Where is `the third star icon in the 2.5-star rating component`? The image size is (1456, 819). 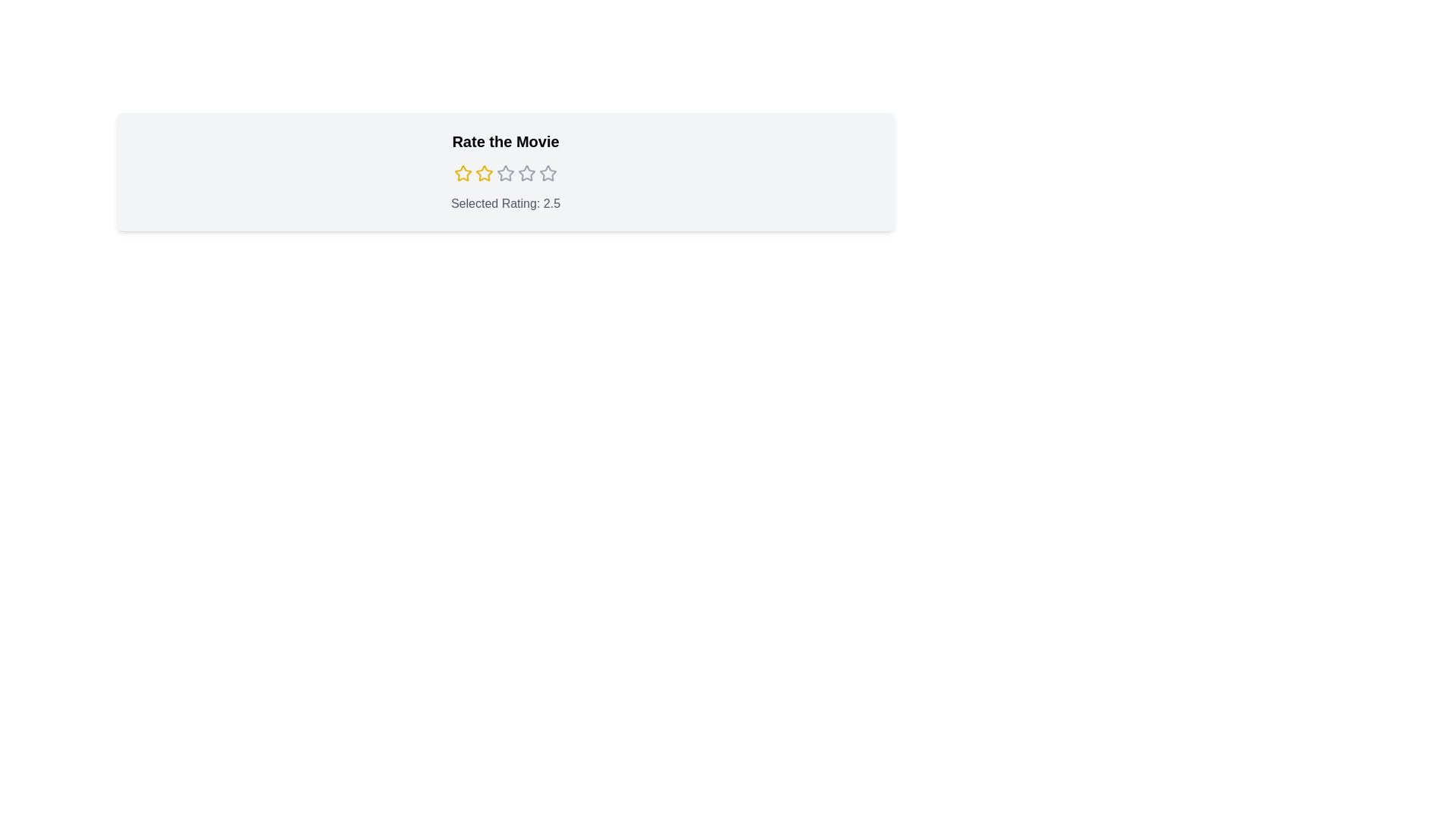 the third star icon in the 2.5-star rating component is located at coordinates (506, 172).